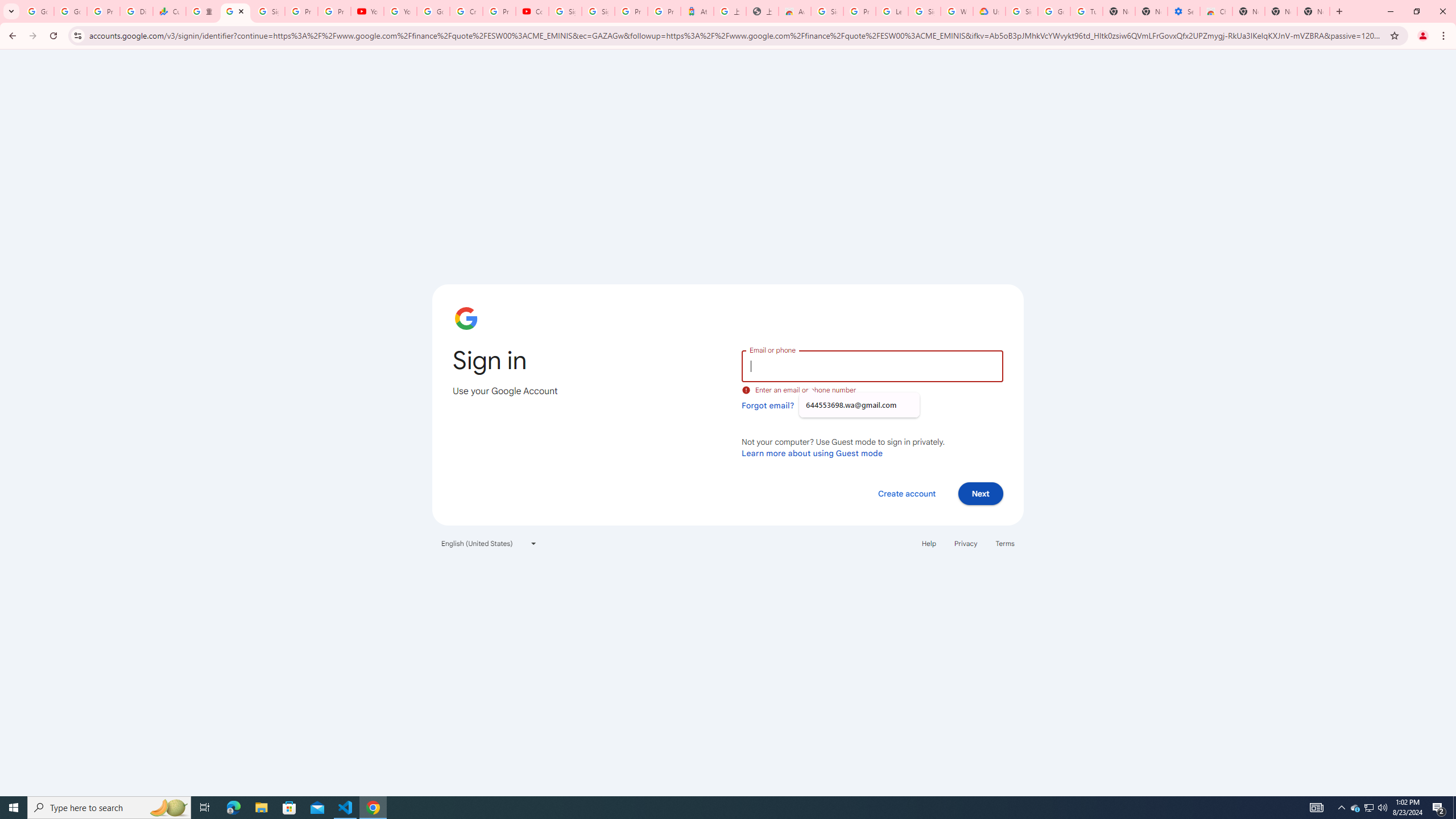 The height and width of the screenshot is (819, 1456). What do you see at coordinates (367, 11) in the screenshot?
I see `'YouTube'` at bounding box center [367, 11].